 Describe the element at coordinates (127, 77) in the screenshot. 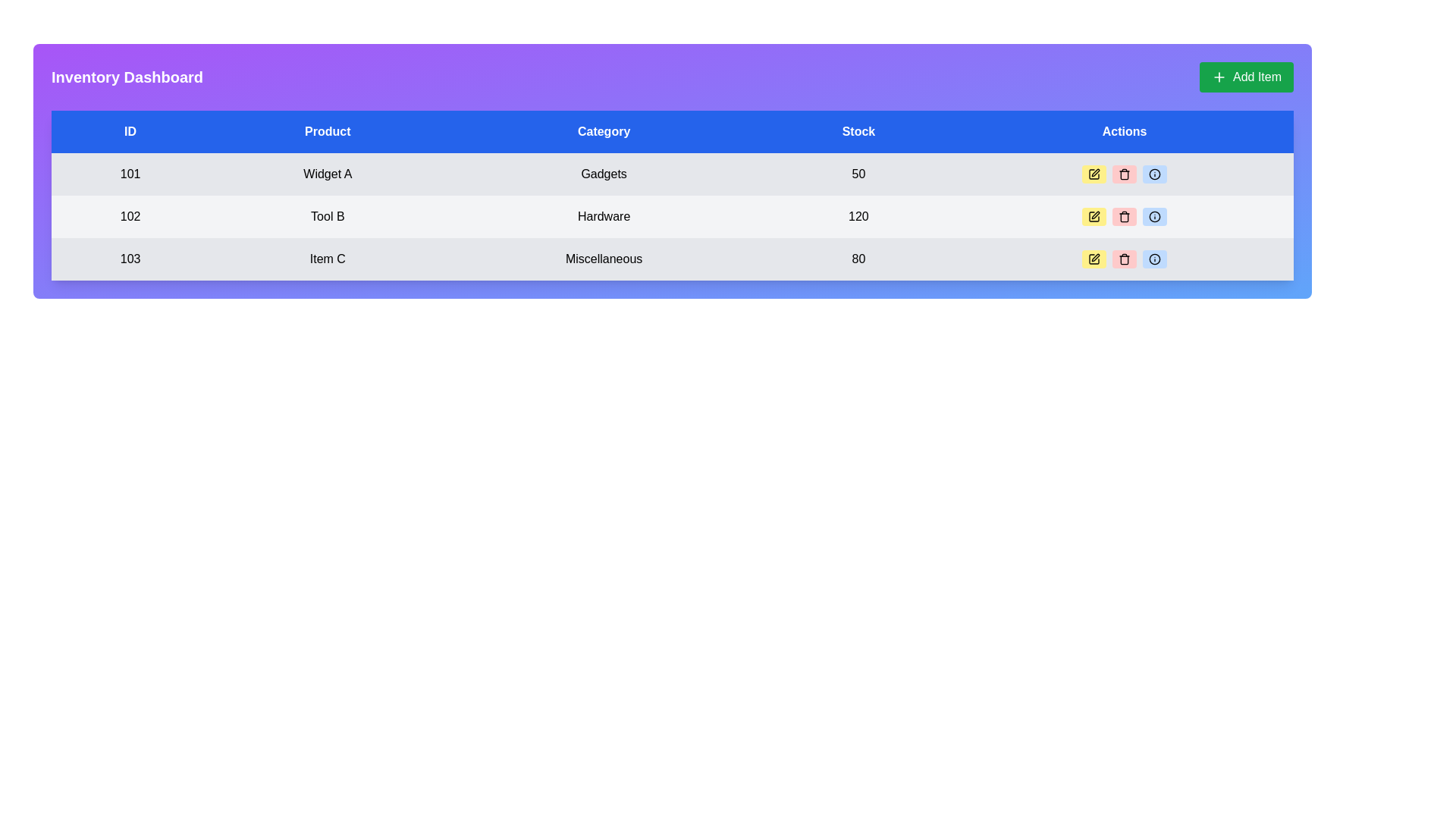

I see `the text label element that displays the name or title of the interface, located in the top-left region of the purple header area` at that location.